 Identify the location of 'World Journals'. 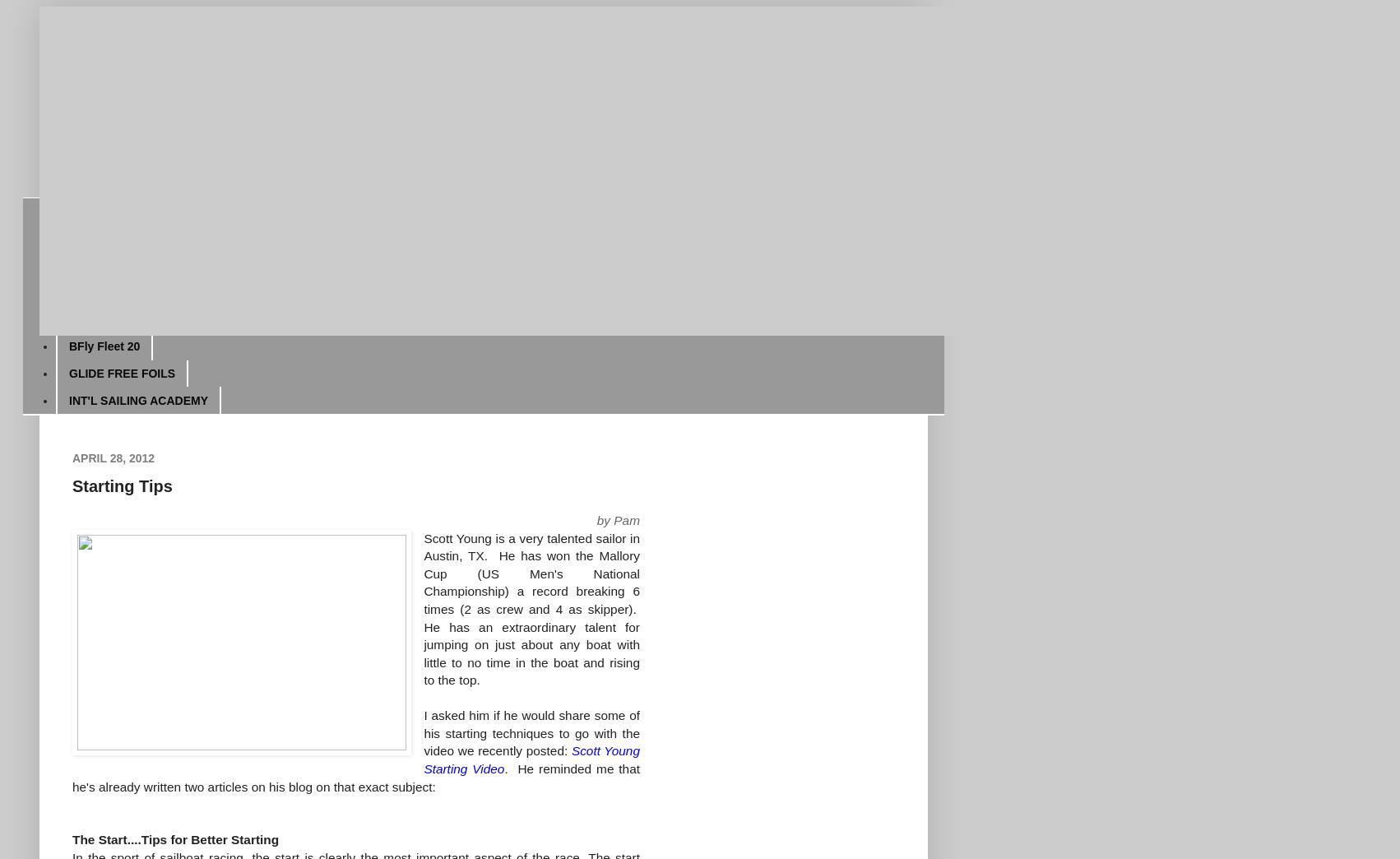
(110, 291).